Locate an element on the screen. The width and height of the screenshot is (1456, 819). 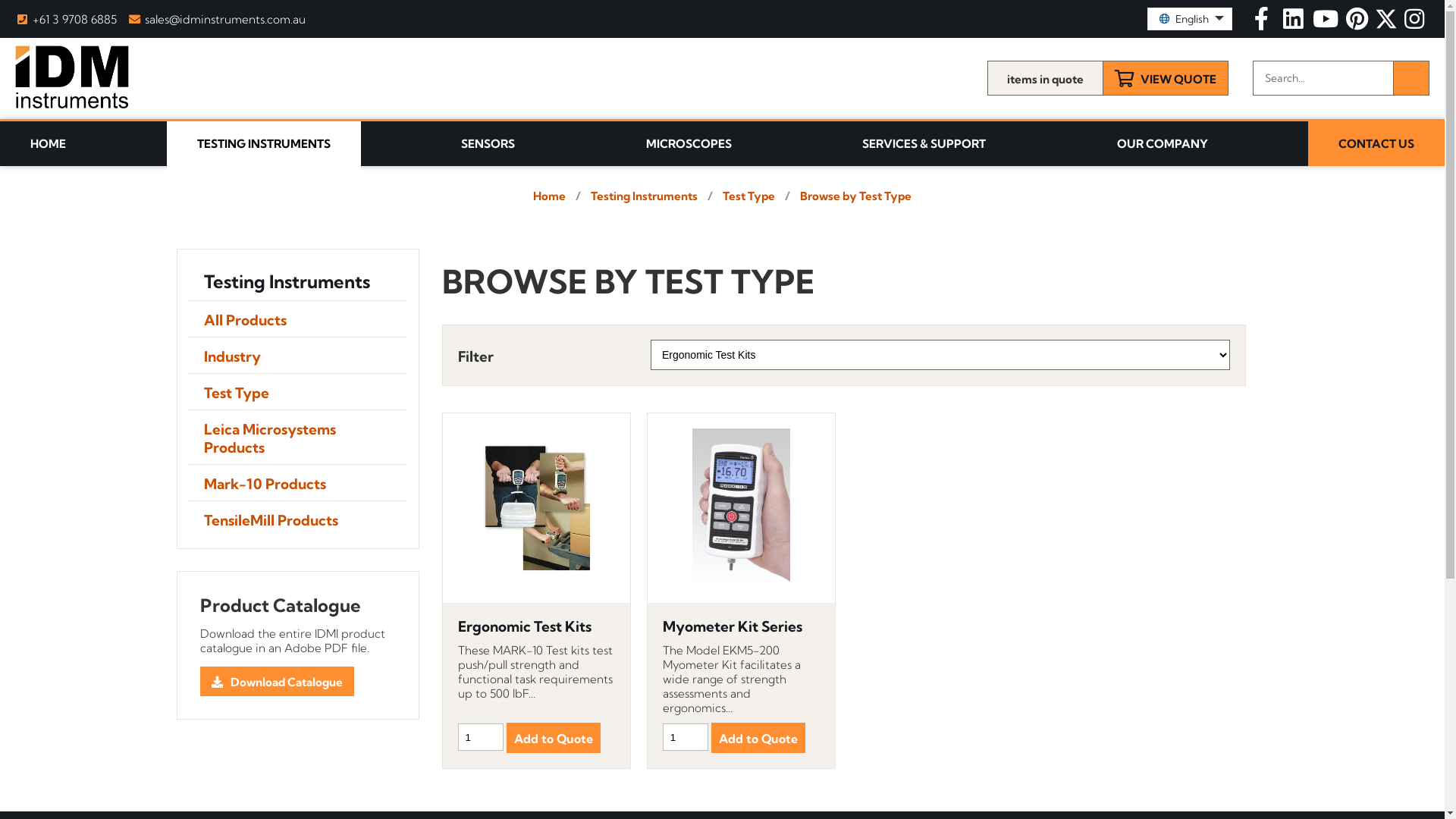
'SENSORS' is located at coordinates (429, 143).